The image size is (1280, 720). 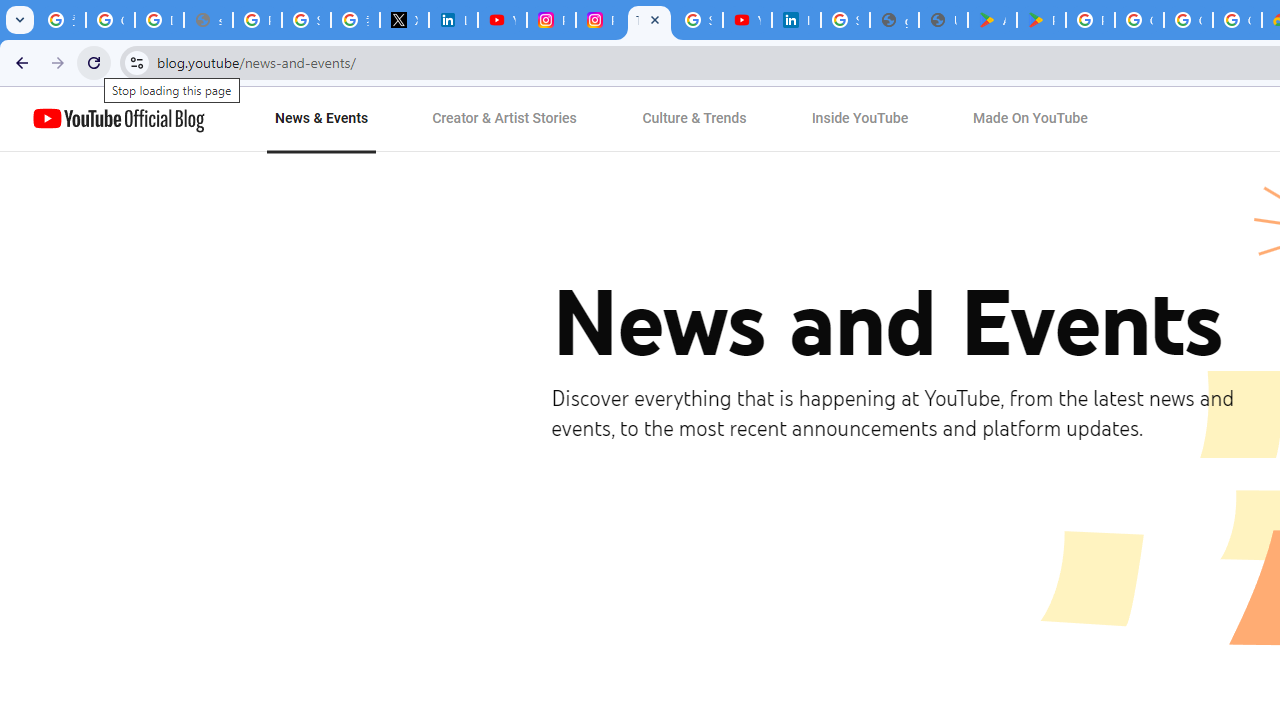 What do you see at coordinates (118, 119) in the screenshot?
I see `'YouTube Official Blog logo'` at bounding box center [118, 119].